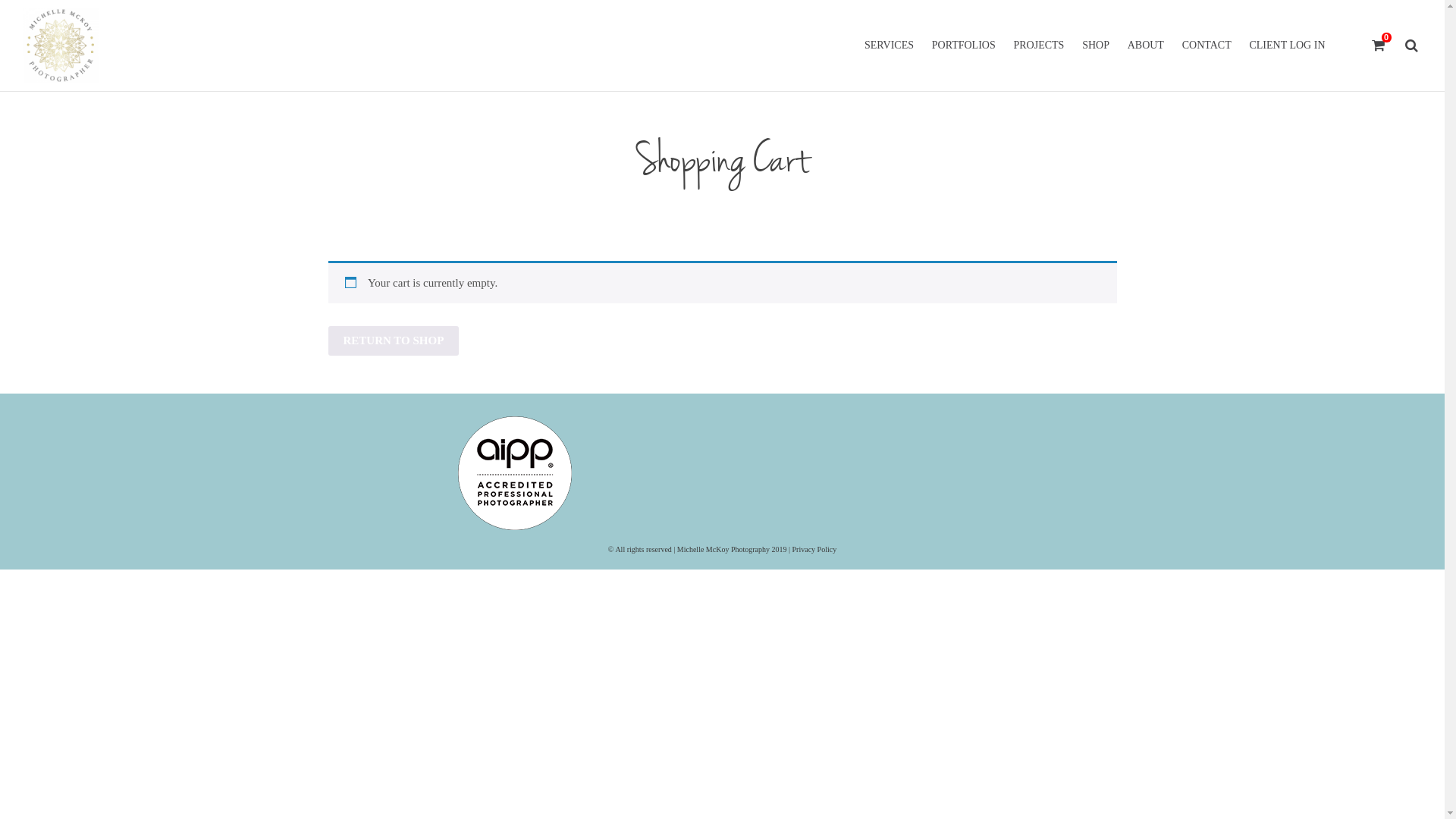 Image resolution: width=1456 pixels, height=819 pixels. What do you see at coordinates (1241, 45) in the screenshot?
I see `'CLIENT LOG IN'` at bounding box center [1241, 45].